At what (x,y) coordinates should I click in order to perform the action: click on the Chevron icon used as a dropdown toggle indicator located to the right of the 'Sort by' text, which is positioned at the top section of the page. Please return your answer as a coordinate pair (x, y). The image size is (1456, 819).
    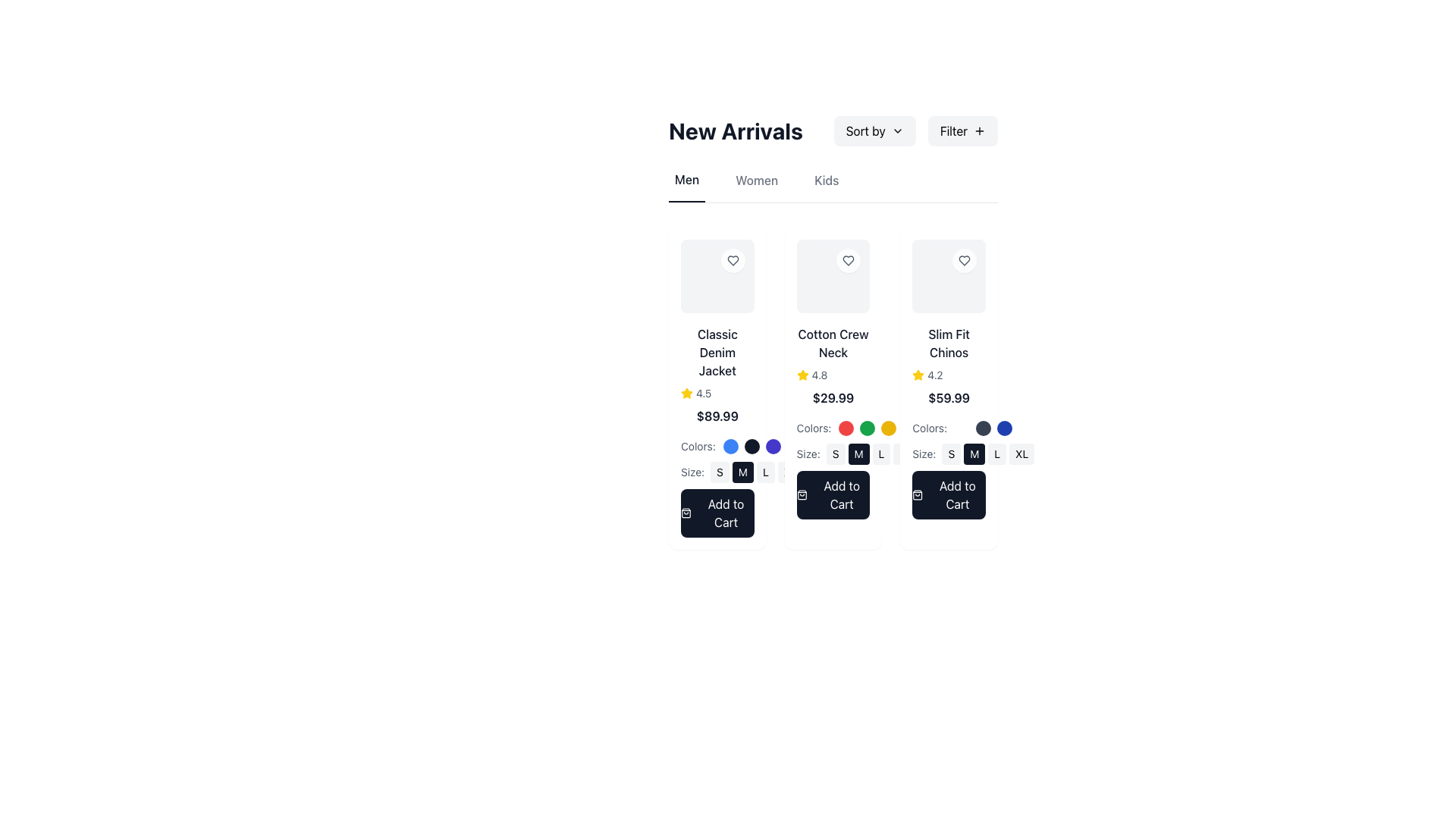
    Looking at the image, I should click on (897, 130).